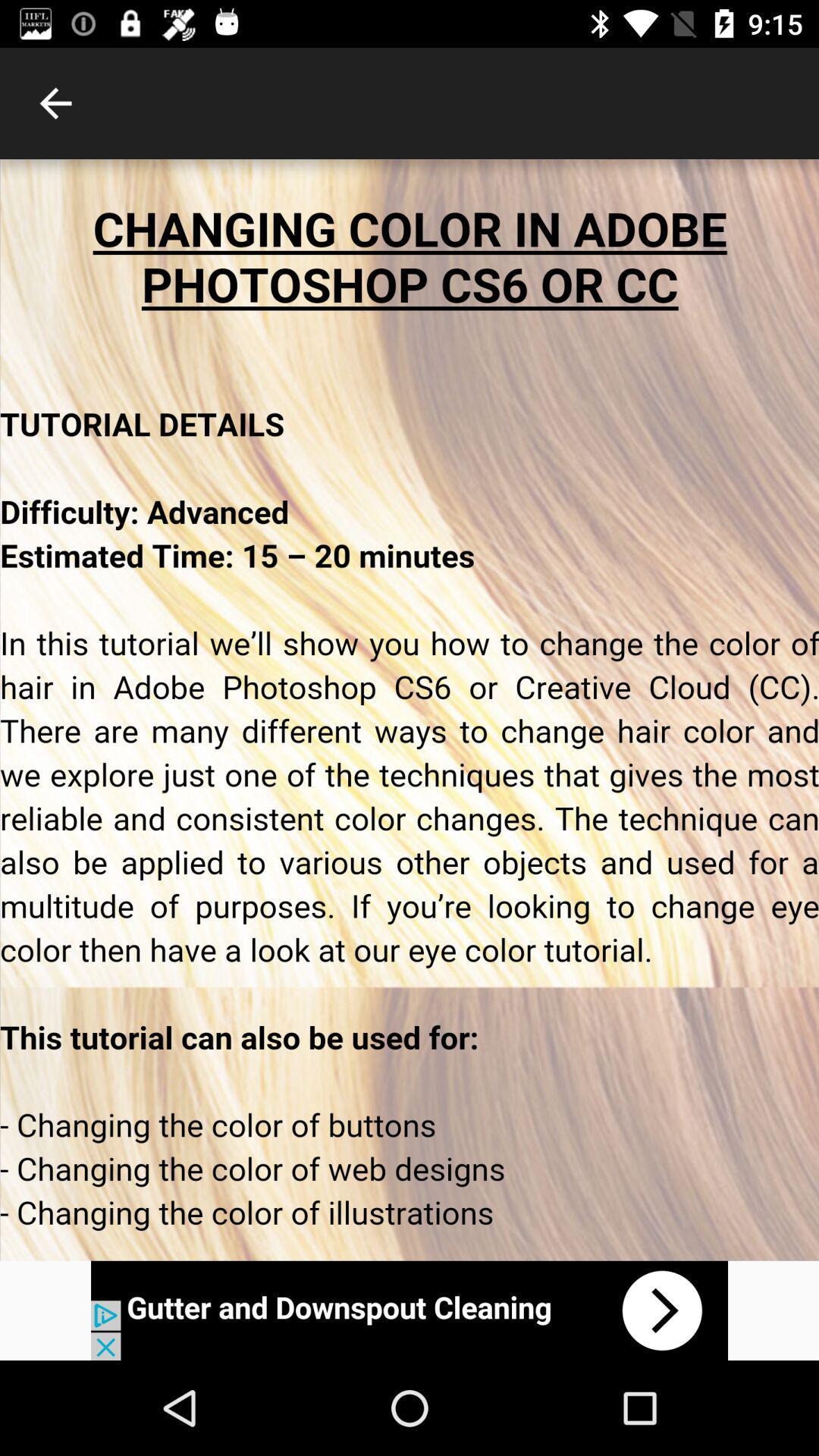 This screenshot has height=1456, width=819. Describe the element at coordinates (409, 1310) in the screenshot. I see `next` at that location.